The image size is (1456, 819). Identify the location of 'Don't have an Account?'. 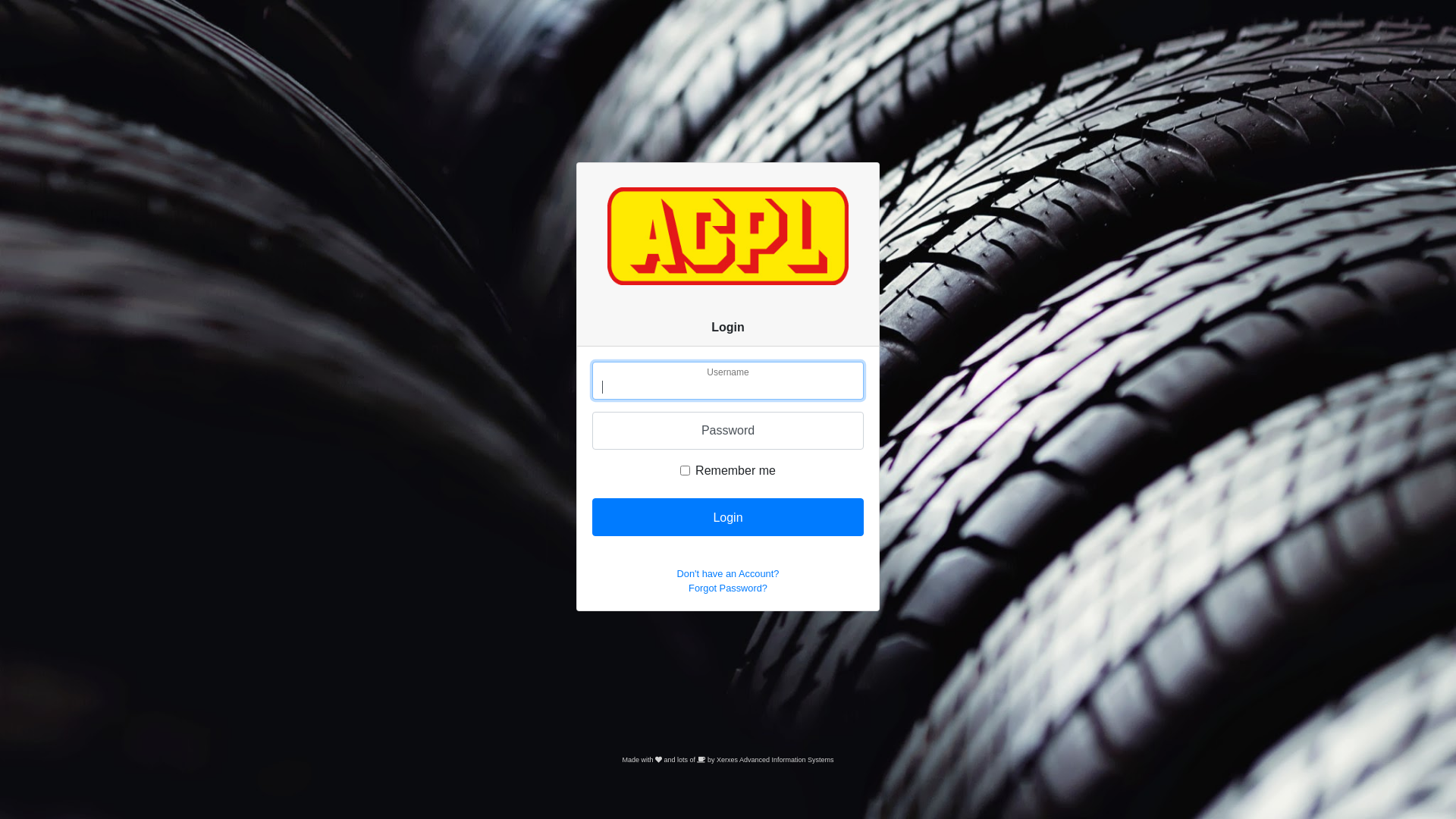
(728, 573).